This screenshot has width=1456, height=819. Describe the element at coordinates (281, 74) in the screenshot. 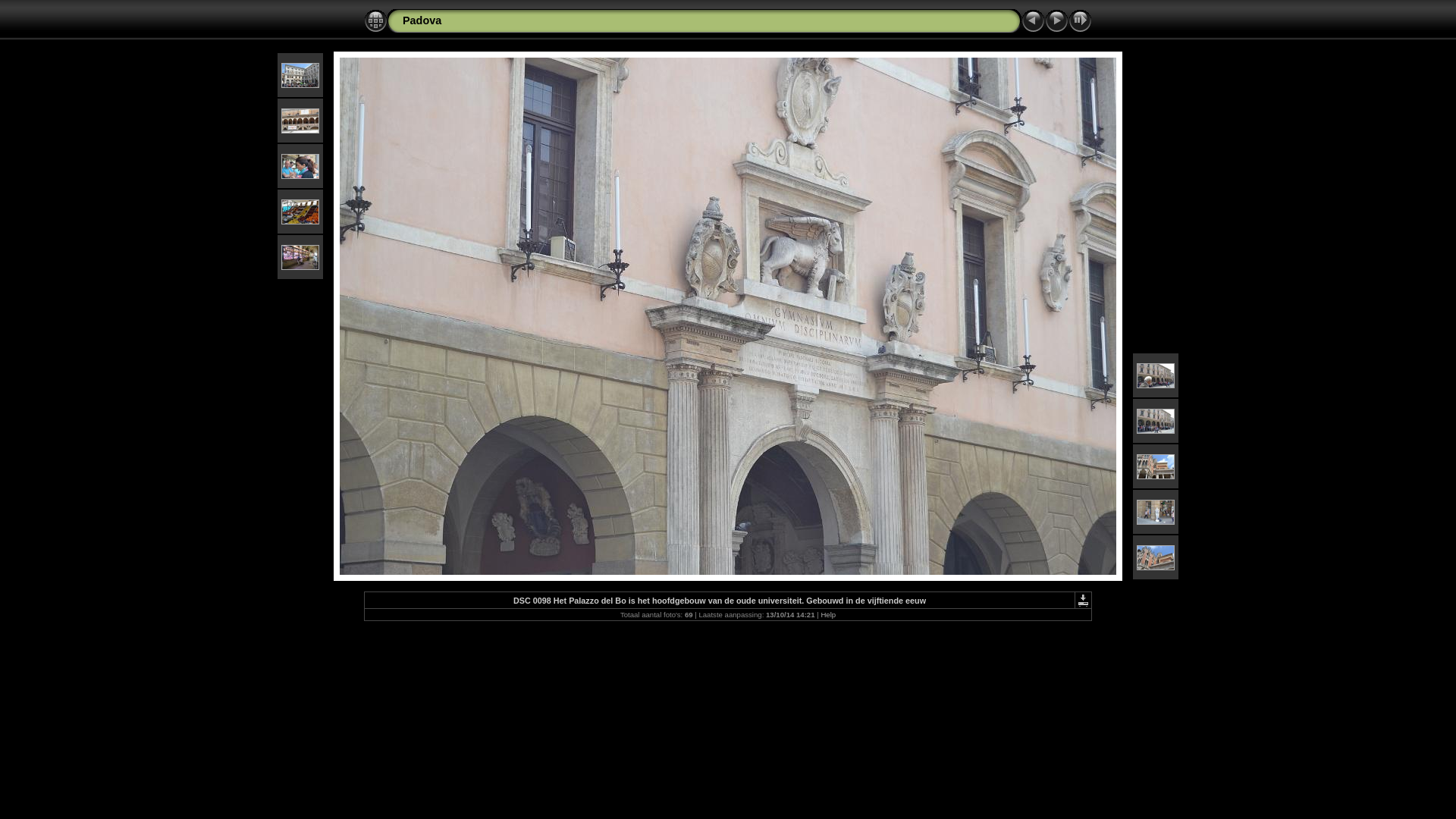

I see `' DSC_0090_Palazzo Moroni. Majestueus... '` at that location.